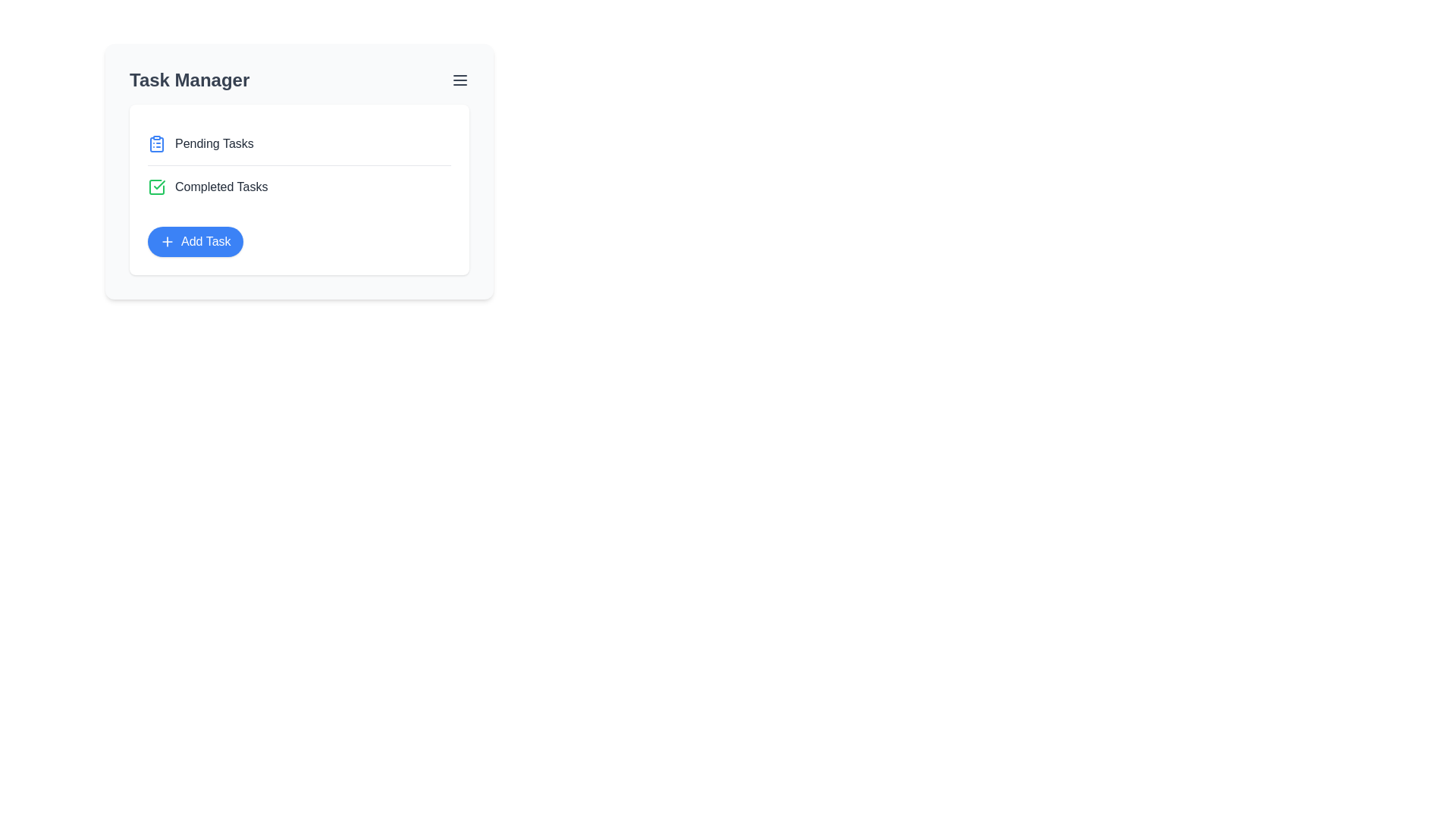  Describe the element at coordinates (156, 143) in the screenshot. I see `the icon for Pending Tasks` at that location.